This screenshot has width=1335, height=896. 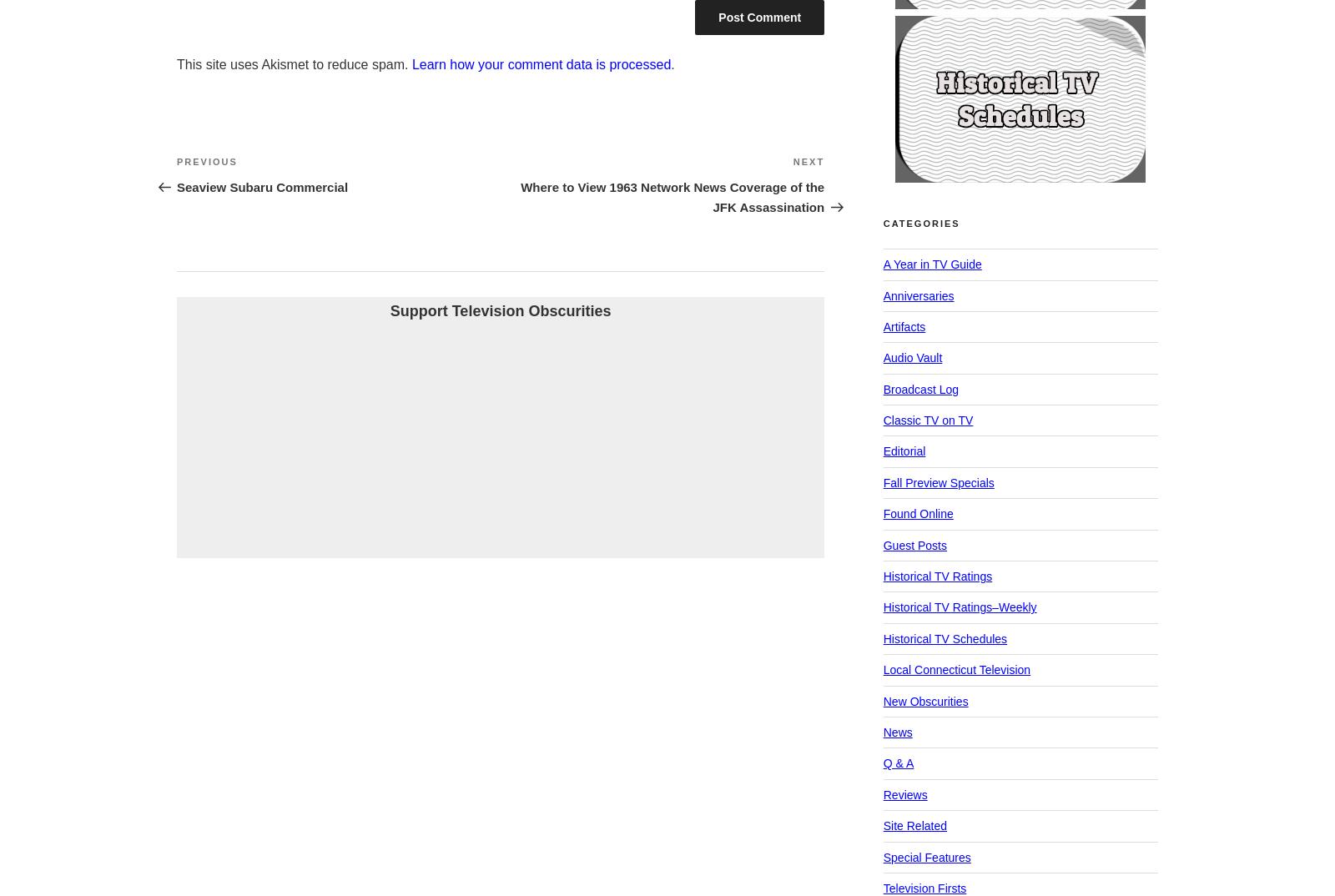 I want to click on 'Broadcast Log', so click(x=883, y=388).